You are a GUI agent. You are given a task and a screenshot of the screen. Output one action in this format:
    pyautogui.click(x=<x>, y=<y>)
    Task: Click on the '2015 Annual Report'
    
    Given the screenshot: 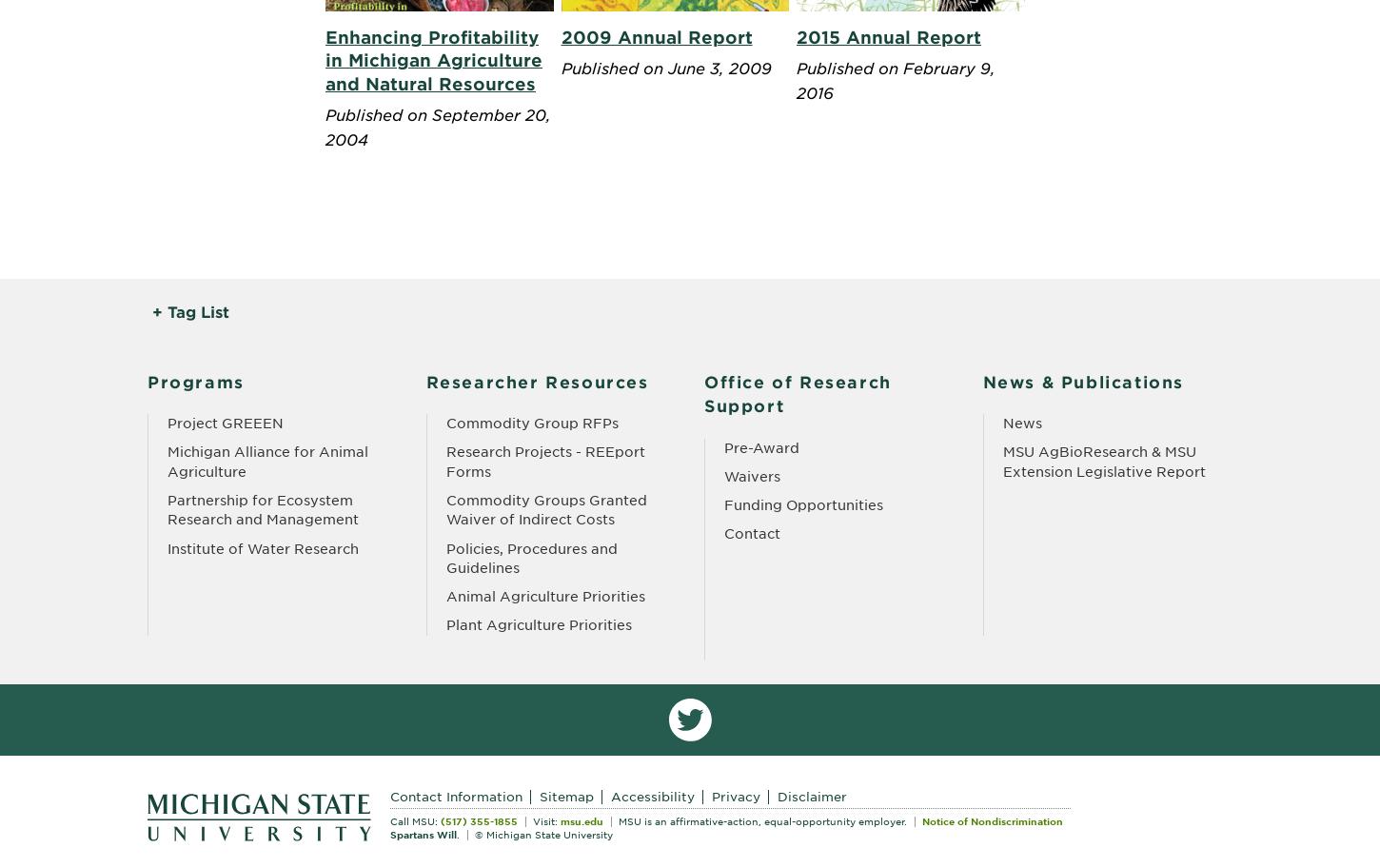 What is the action you would take?
    pyautogui.click(x=887, y=36)
    